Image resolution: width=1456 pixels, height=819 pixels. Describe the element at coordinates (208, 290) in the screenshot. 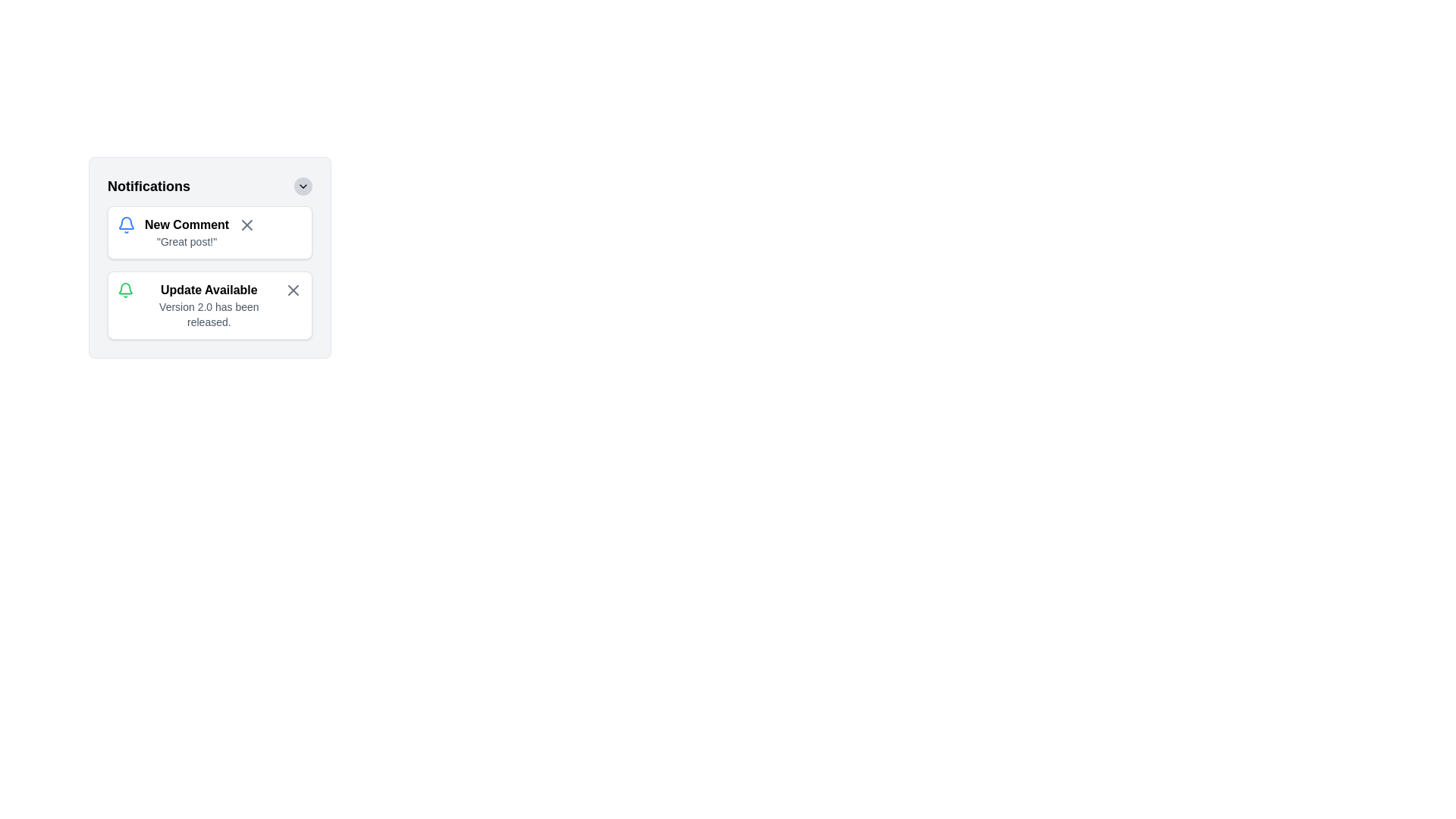

I see `bold text 'Update Available' located at the top of the notification card, which is visually distinctive and positioned above the smaller text 'Version 2.0 has been released.'` at that location.